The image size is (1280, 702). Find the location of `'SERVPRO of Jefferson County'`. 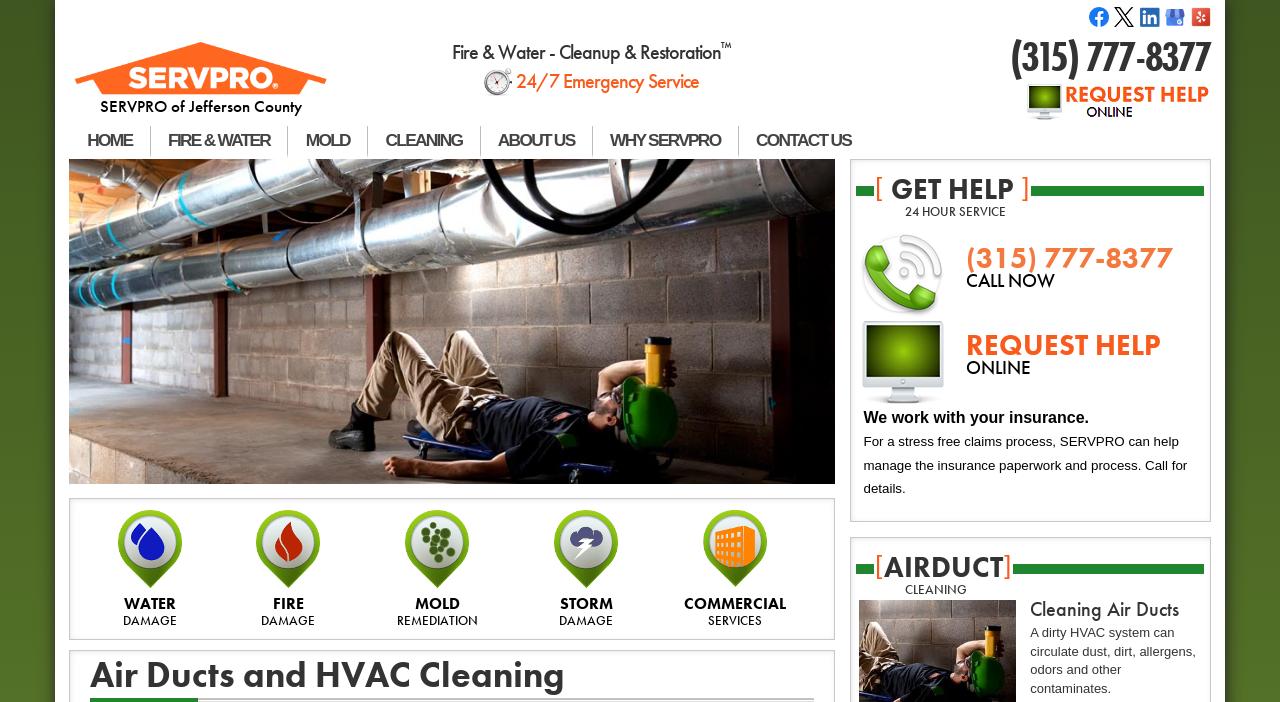

'SERVPRO of Jefferson County' is located at coordinates (97, 105).